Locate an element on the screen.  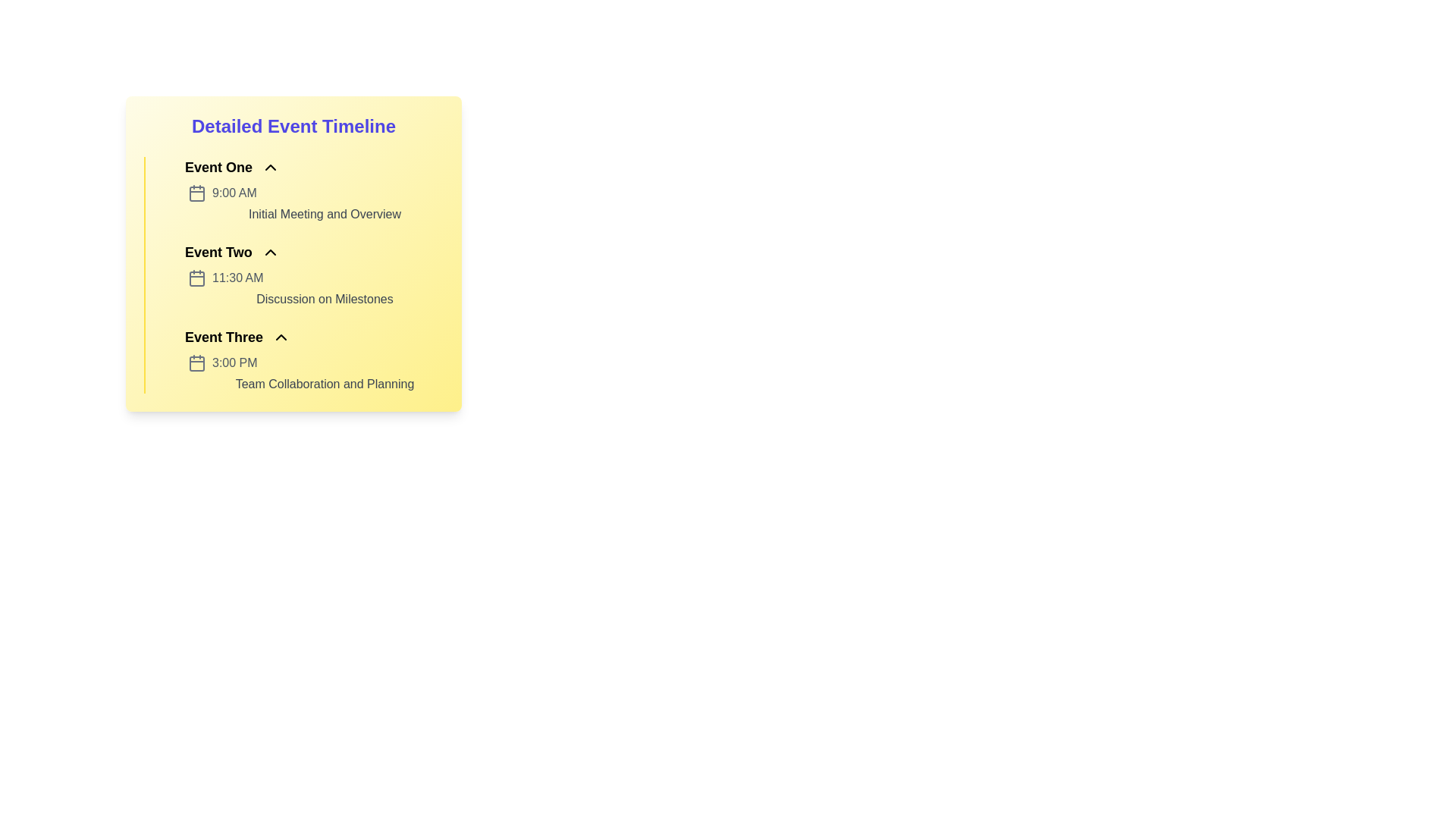
the calendar icon located in the second event block titled 'Event Two', which serves as a visual indicator for event details, positioned to the left of the timestamp '11:30 AM' is located at coordinates (196, 278).